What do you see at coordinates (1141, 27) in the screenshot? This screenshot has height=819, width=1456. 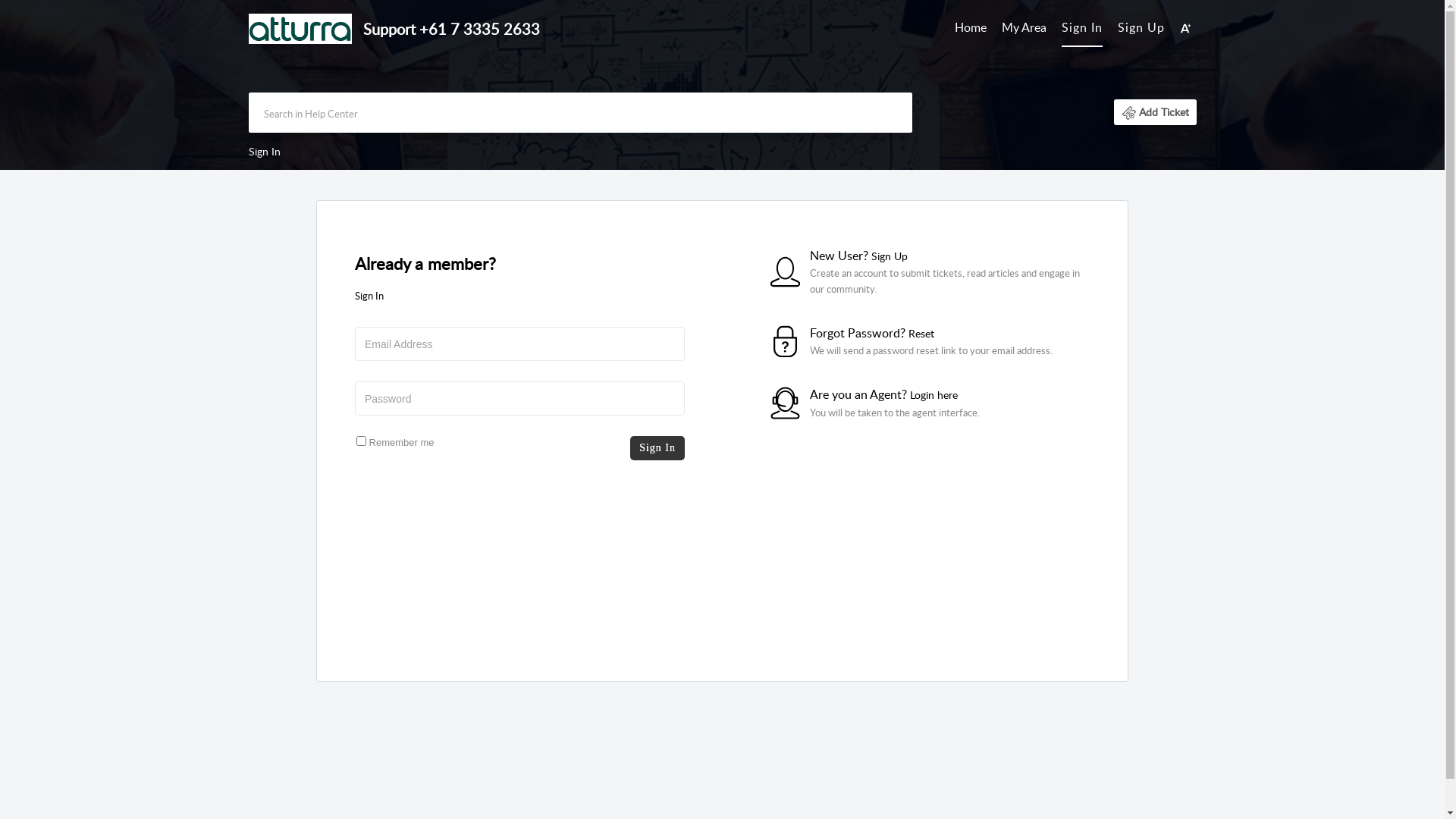 I see `'Sign Up'` at bounding box center [1141, 27].